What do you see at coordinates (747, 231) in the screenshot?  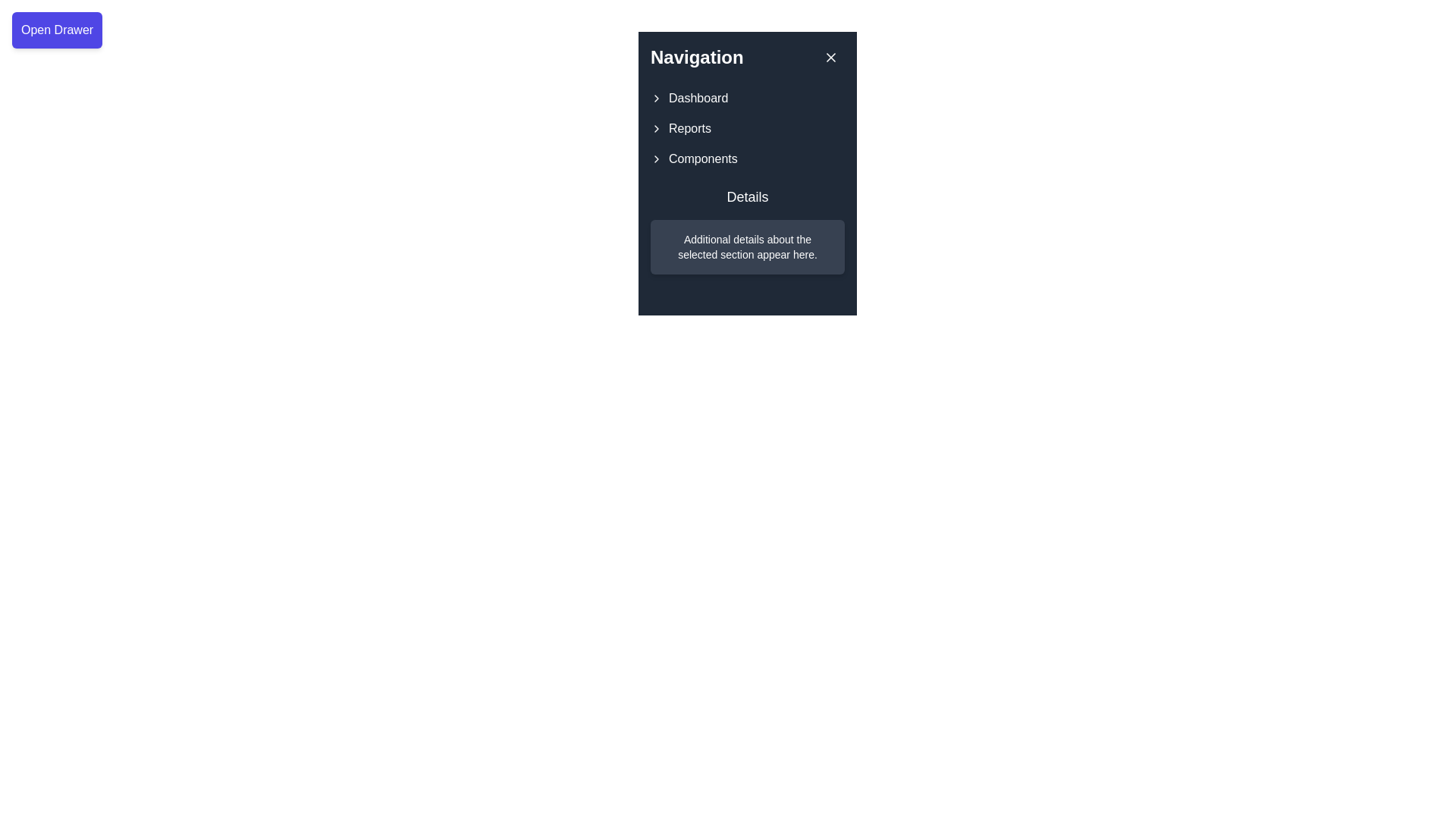 I see `the 'Details' section in the sidebar that contains the heading and additional details about the selected section` at bounding box center [747, 231].